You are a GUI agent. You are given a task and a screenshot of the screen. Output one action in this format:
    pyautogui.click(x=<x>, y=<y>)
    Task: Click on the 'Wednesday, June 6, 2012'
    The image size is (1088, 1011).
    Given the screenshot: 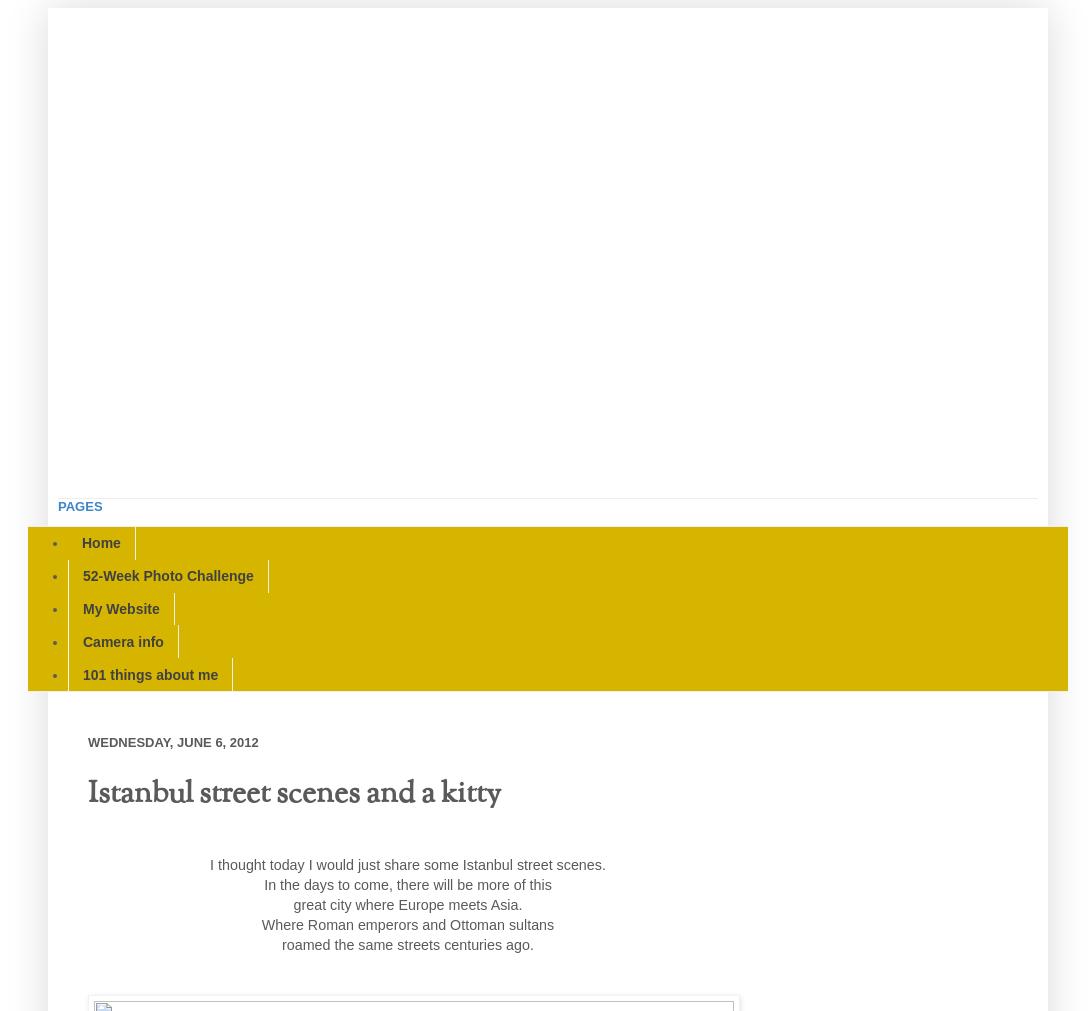 What is the action you would take?
    pyautogui.click(x=171, y=740)
    